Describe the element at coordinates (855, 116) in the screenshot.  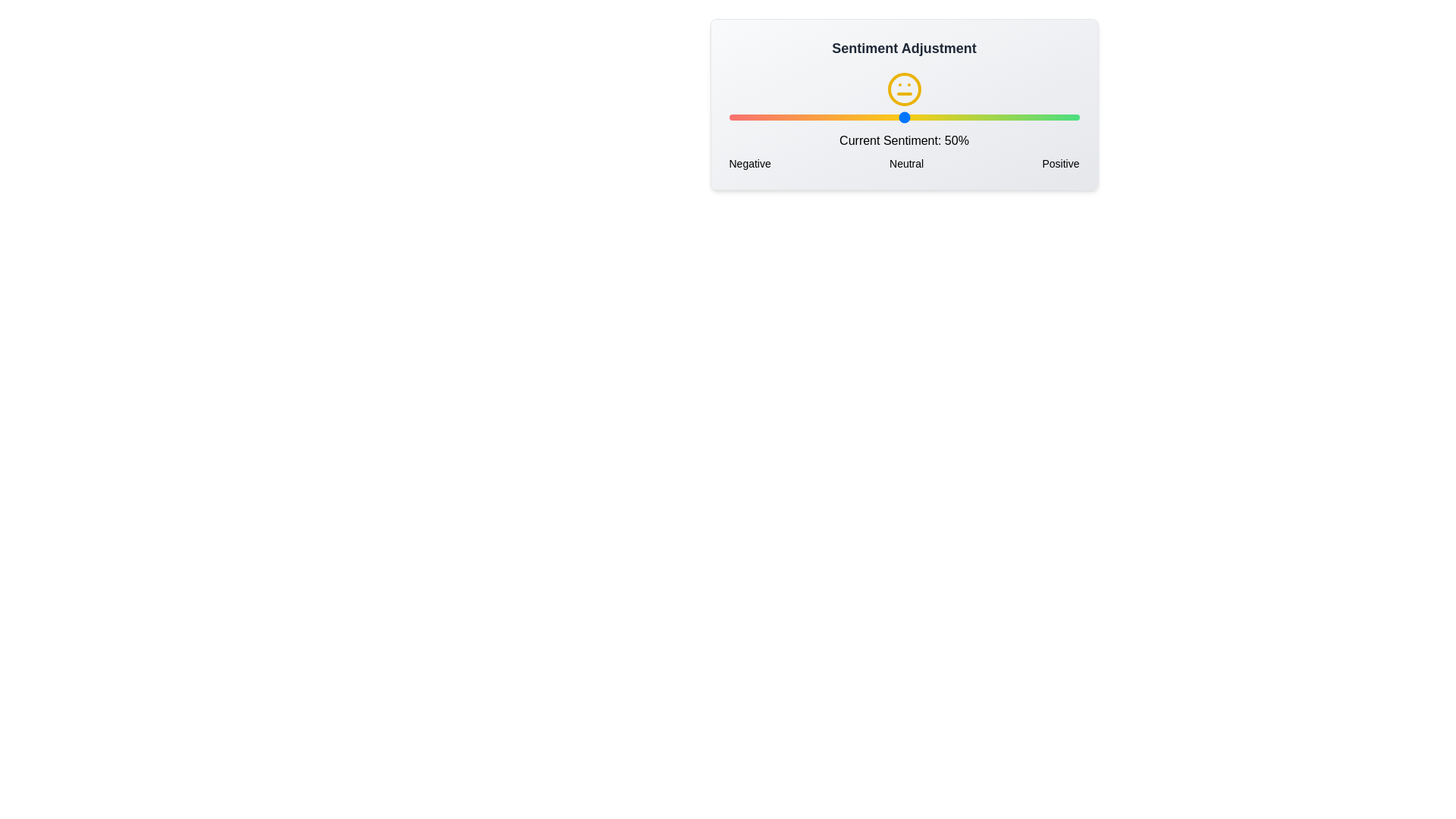
I see `the sentiment slider to 36%` at that location.